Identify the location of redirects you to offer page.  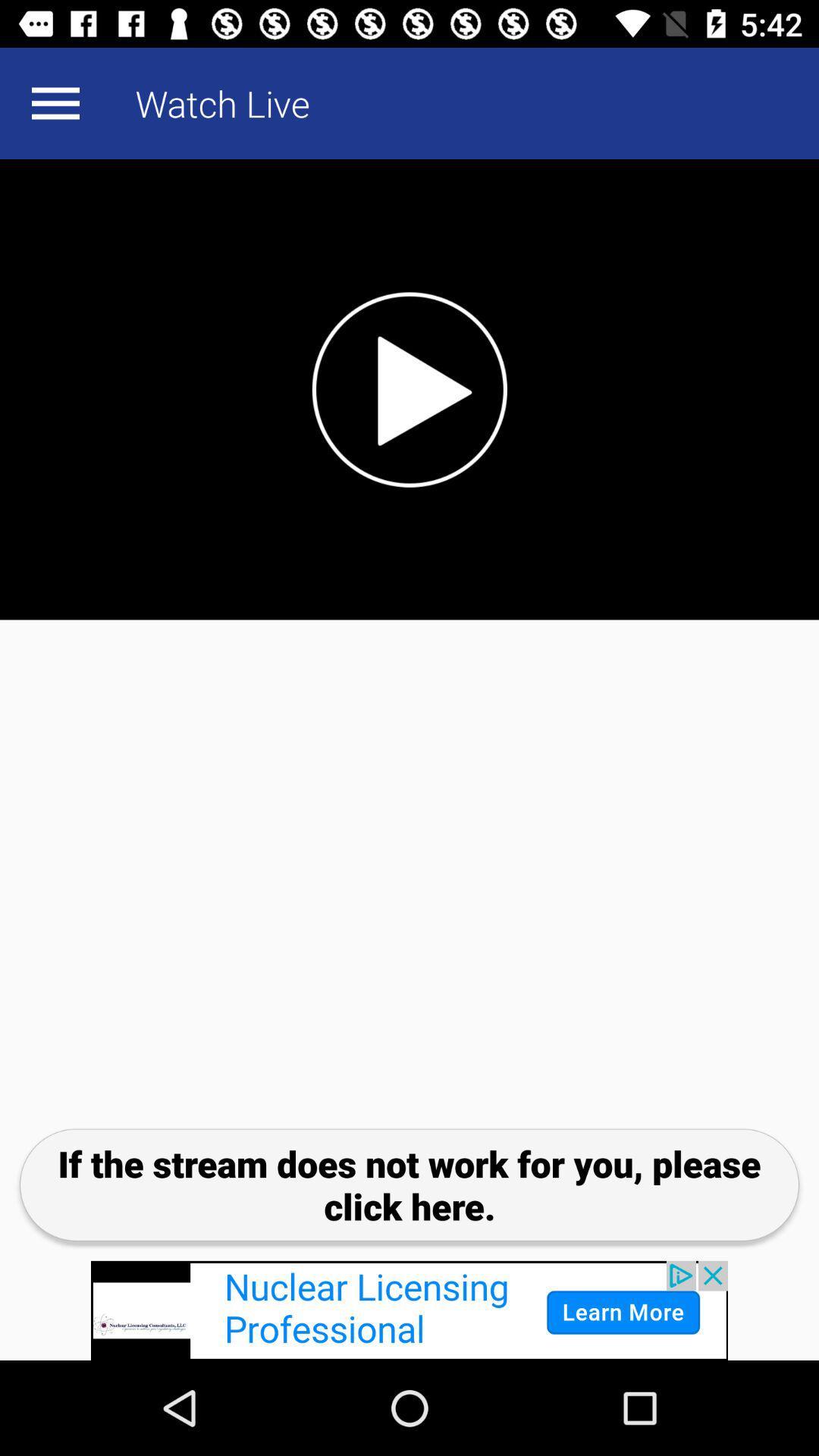
(409, 1310).